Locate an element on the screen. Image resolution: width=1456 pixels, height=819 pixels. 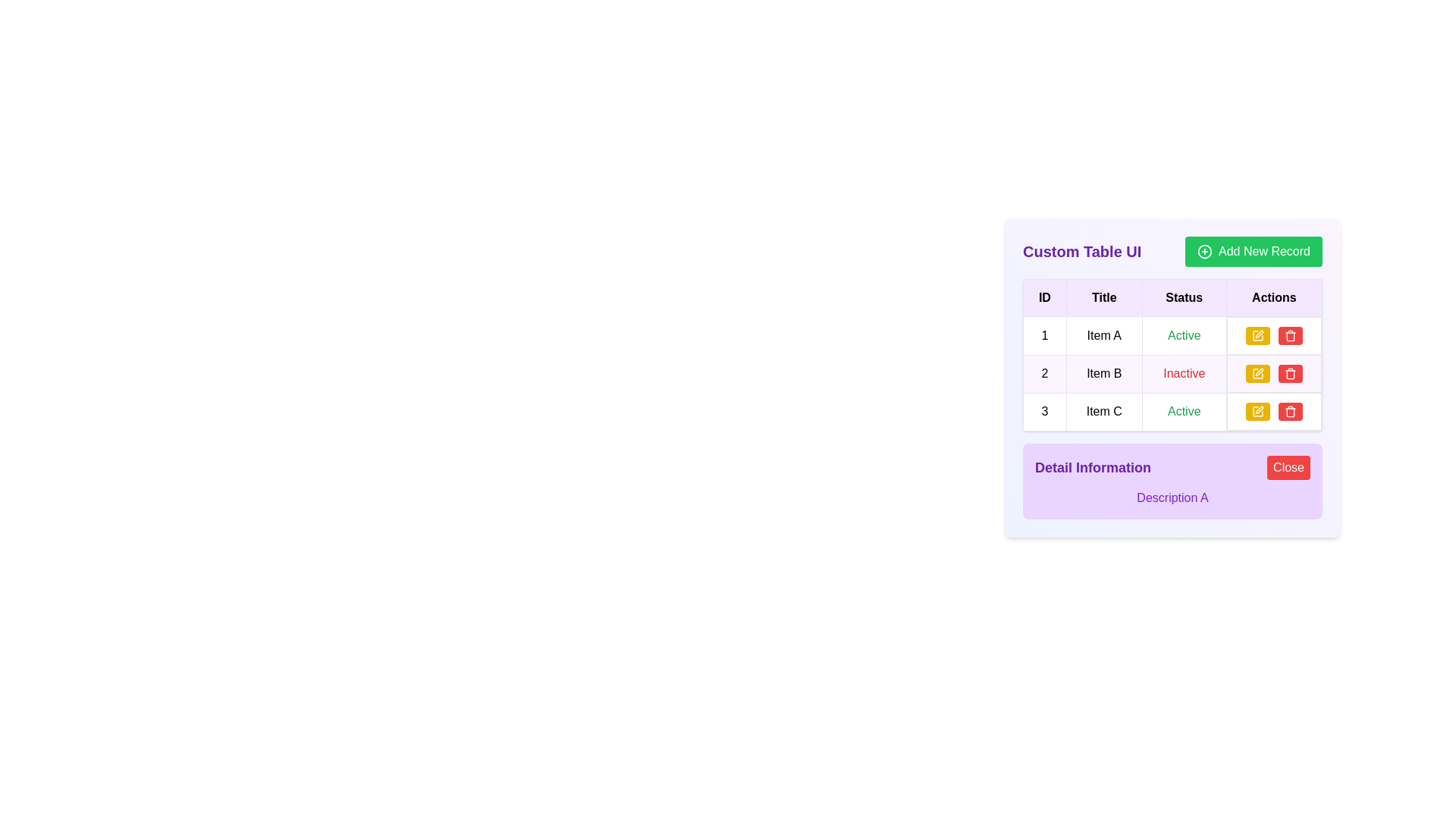
the 'Add New Record' button, which is a bright green rectangular button with rounded corners and a '+' icon, located at the upper-right corner of the 'Custom Table UI' section is located at coordinates (1254, 250).